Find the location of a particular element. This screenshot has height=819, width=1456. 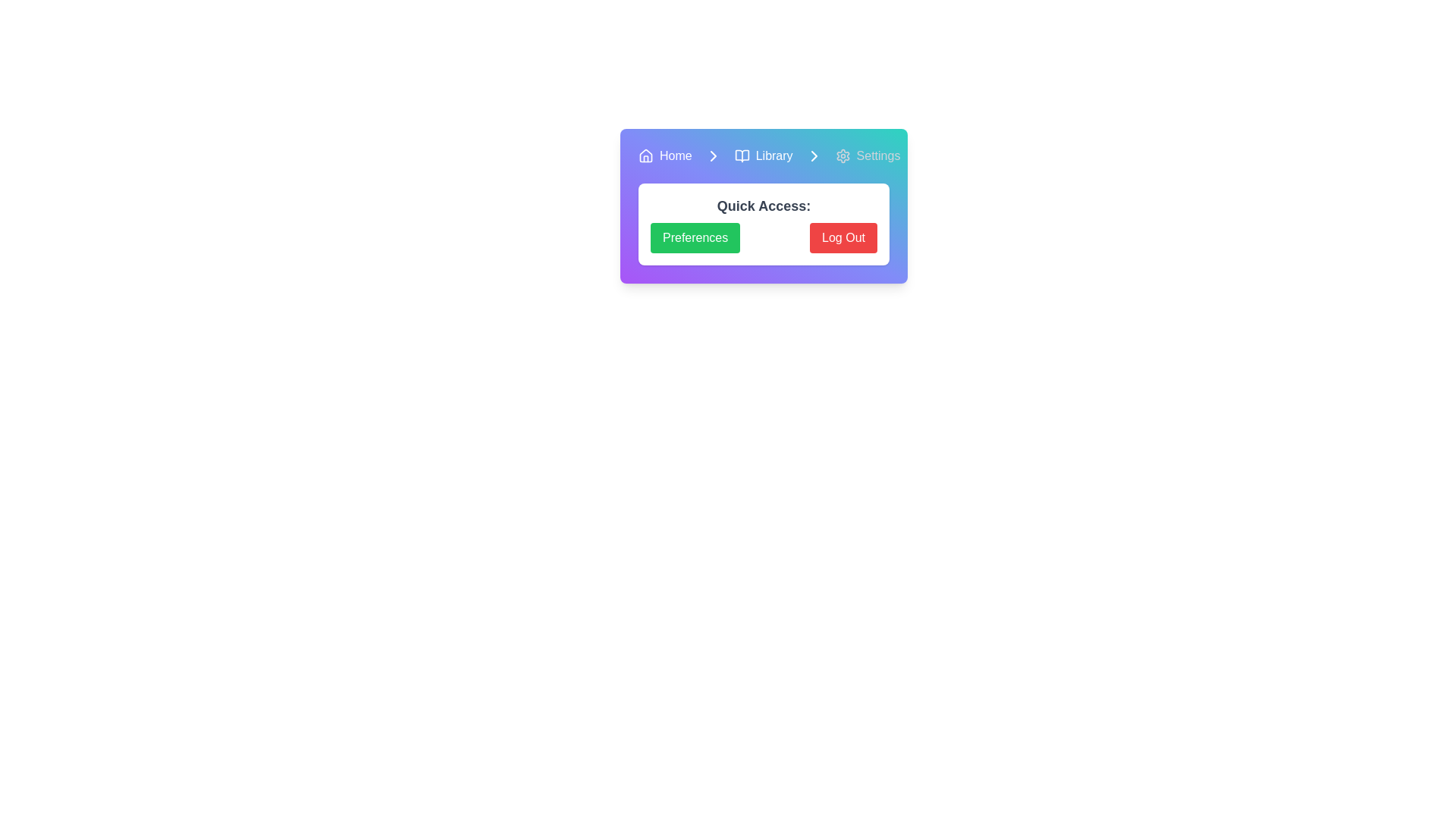

the Text label, which serves as a navigation label likely redirecting users to the home page, located to the right of a house-shaped icon in the horizontal navigation bar is located at coordinates (675, 155).